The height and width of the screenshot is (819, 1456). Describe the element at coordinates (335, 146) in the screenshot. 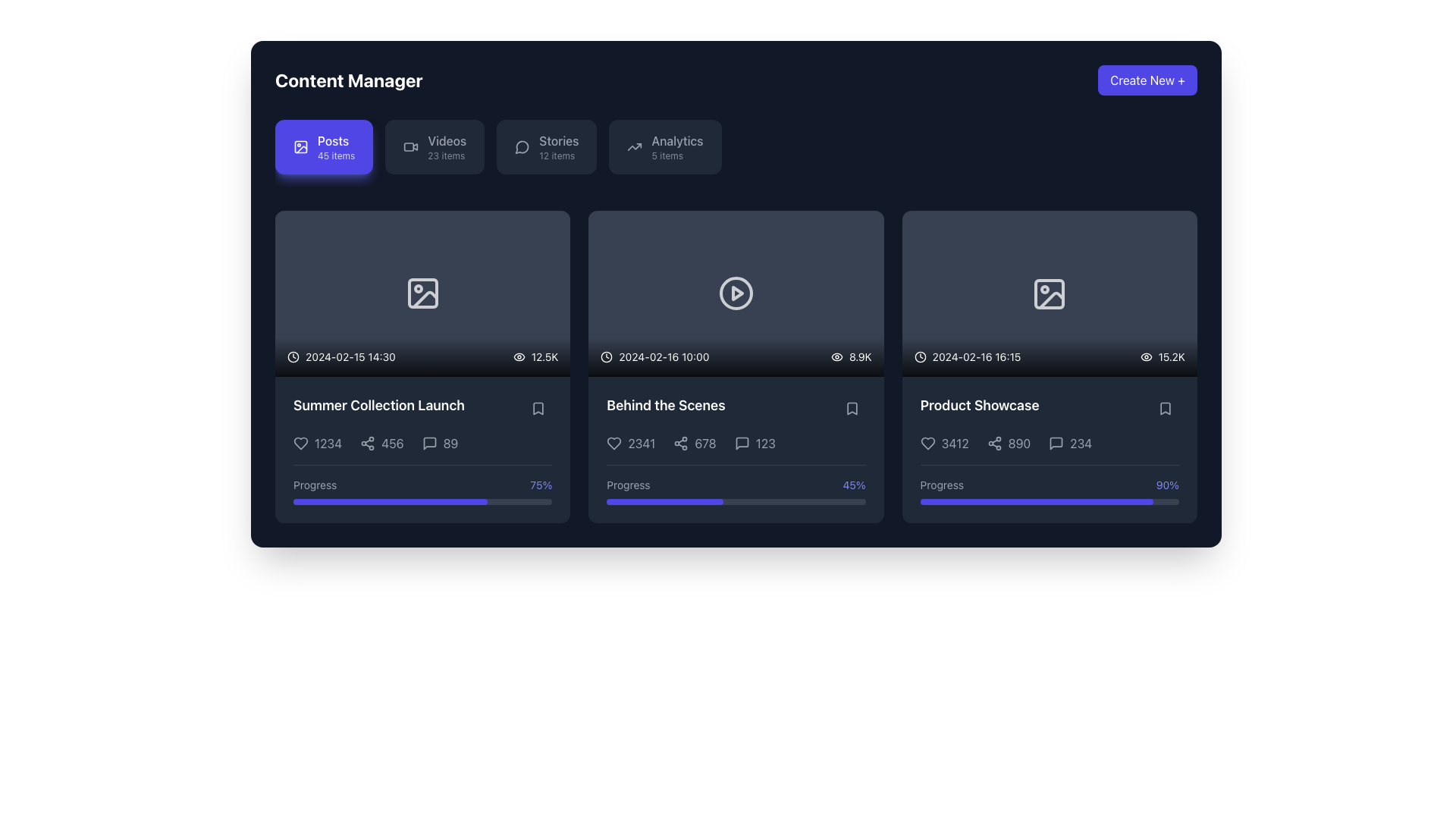

I see `the descriptive label containing the bold text 'Posts' and the lighter text '45 items', located in the upper-left area of the interface within the first button of the horizontal menu` at that location.